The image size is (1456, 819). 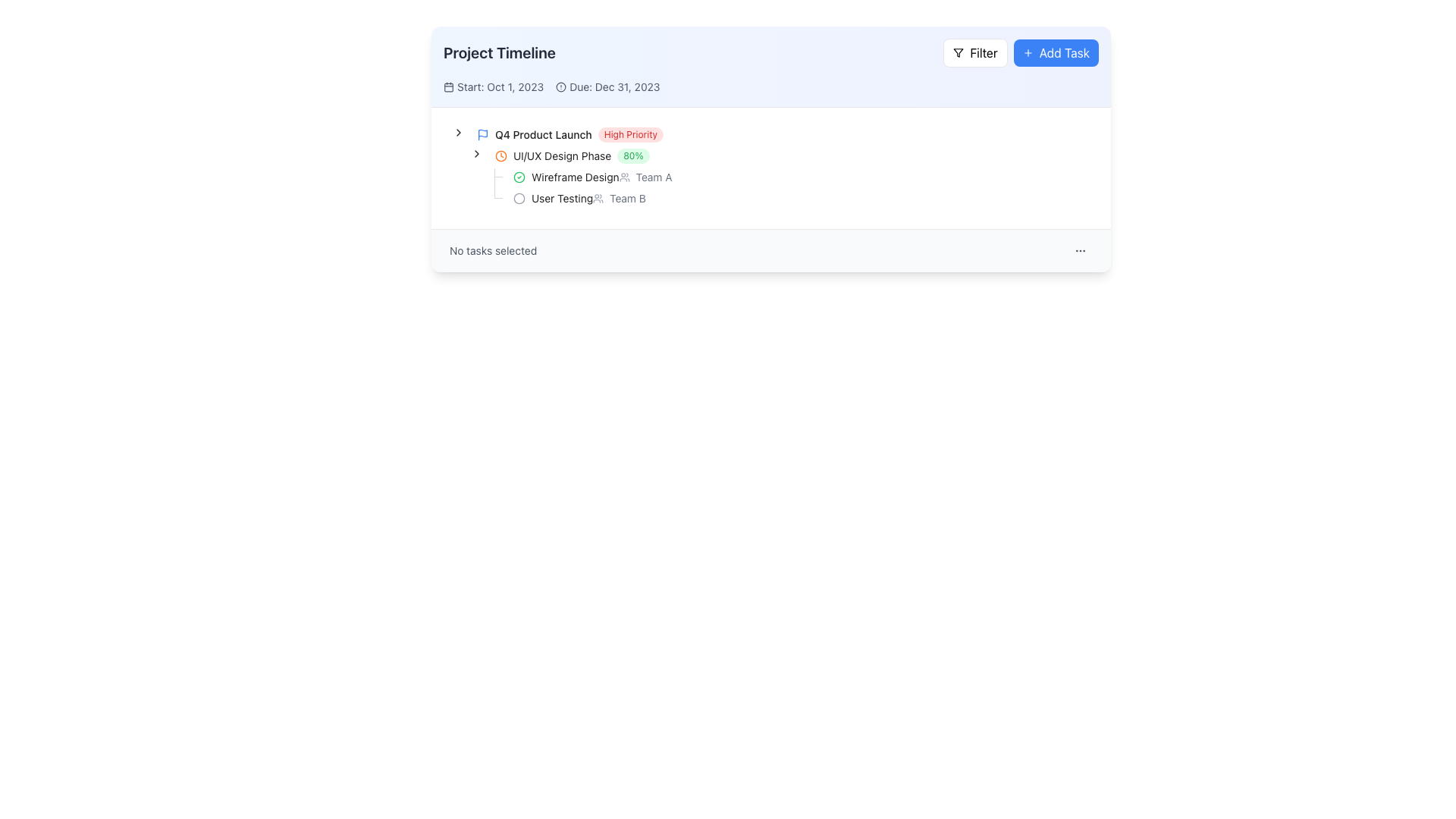 I want to click on the 'UI/UX Design Phase' text in the project timeline, so click(x=571, y=155).